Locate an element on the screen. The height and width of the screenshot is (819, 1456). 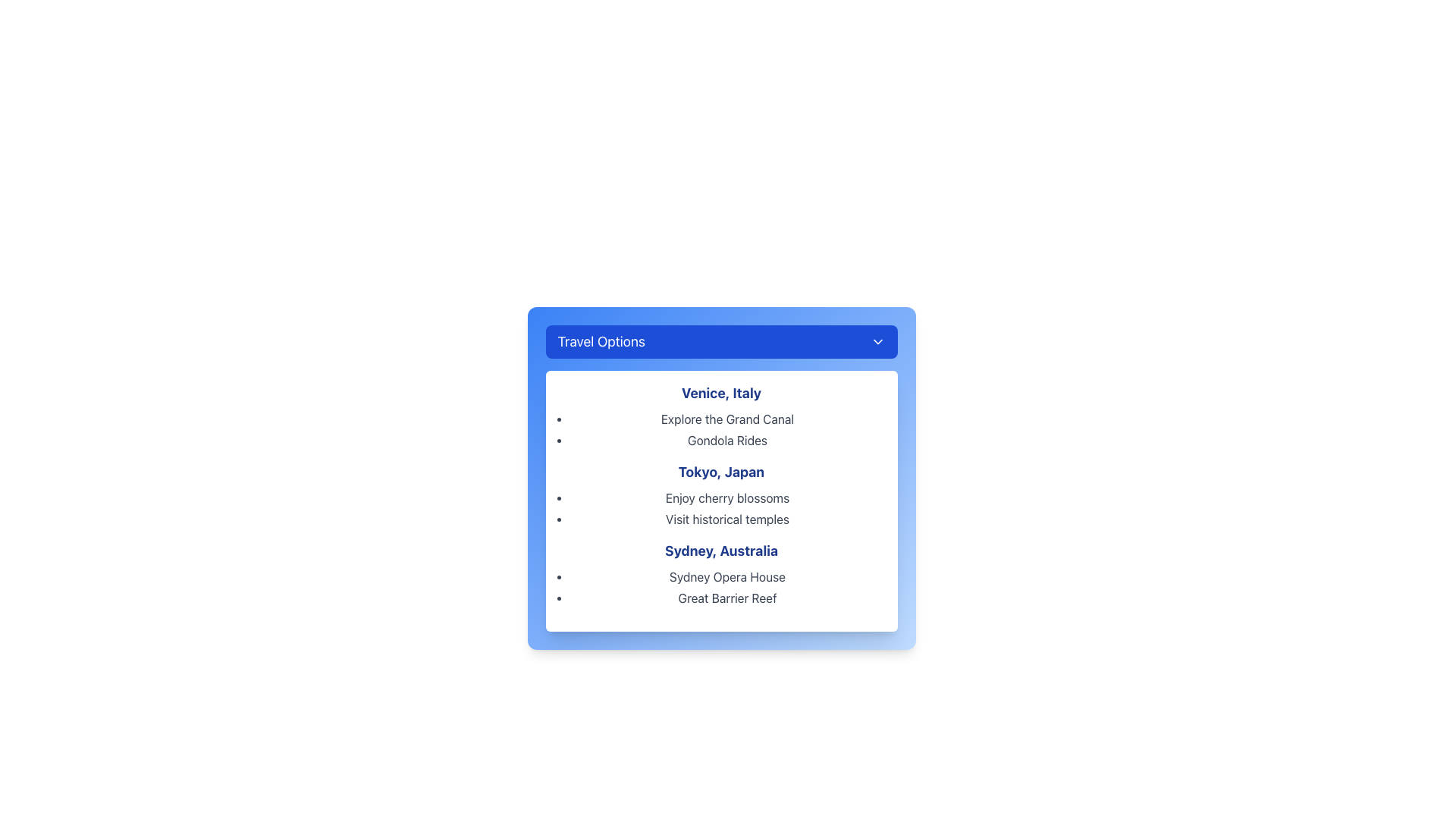
assistive technologies is located at coordinates (726, 519).